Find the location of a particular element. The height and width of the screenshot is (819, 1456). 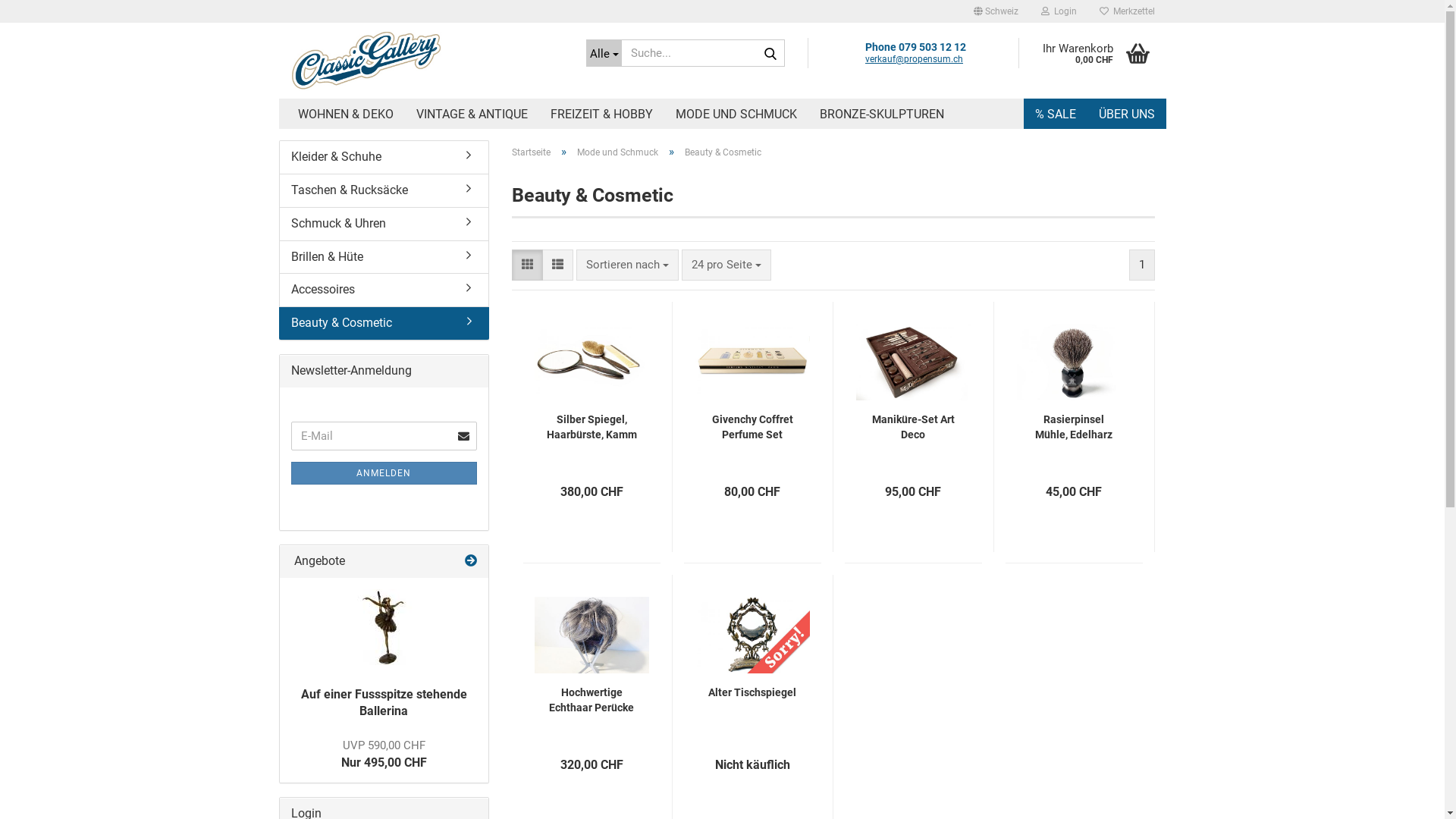

'Startseite' is located at coordinates (531, 152).